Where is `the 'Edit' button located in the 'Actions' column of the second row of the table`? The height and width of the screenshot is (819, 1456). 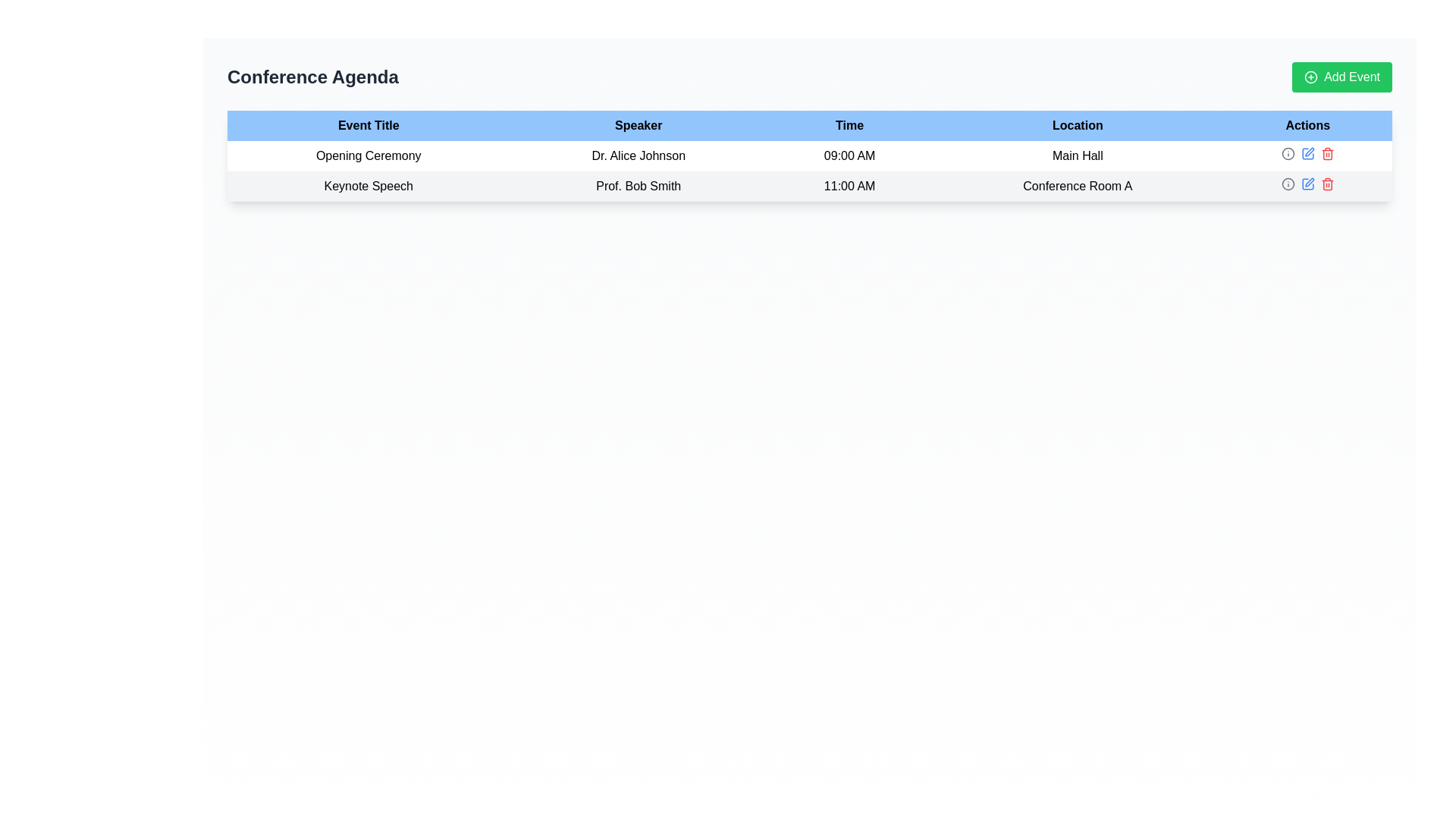 the 'Edit' button located in the 'Actions' column of the second row of the table is located at coordinates (1307, 184).